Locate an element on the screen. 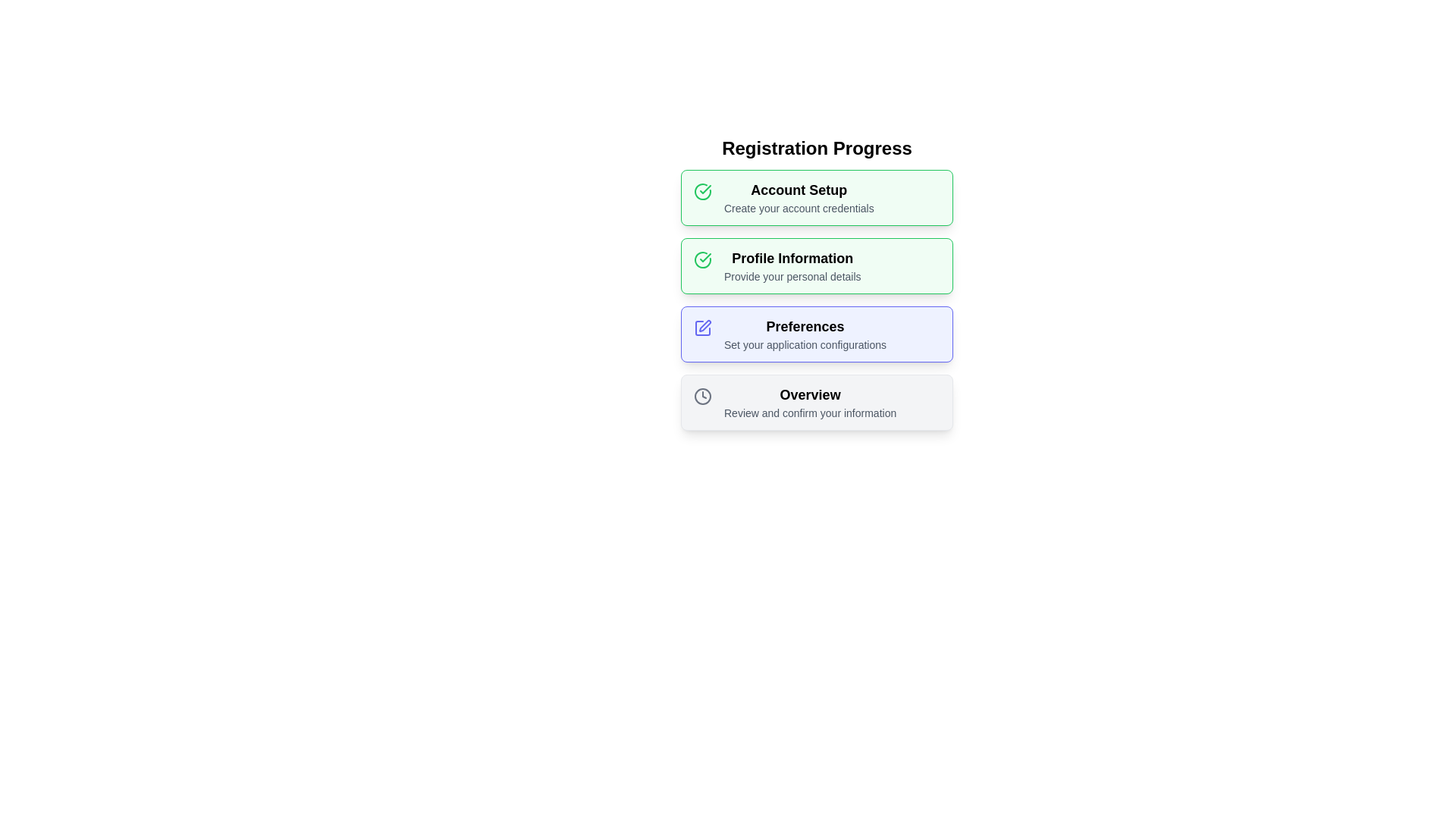 This screenshot has width=1456, height=819. bold text label 'Account Setup' located at the top of a vertical list, styled with large font size and black color, within a light green box is located at coordinates (798, 189).